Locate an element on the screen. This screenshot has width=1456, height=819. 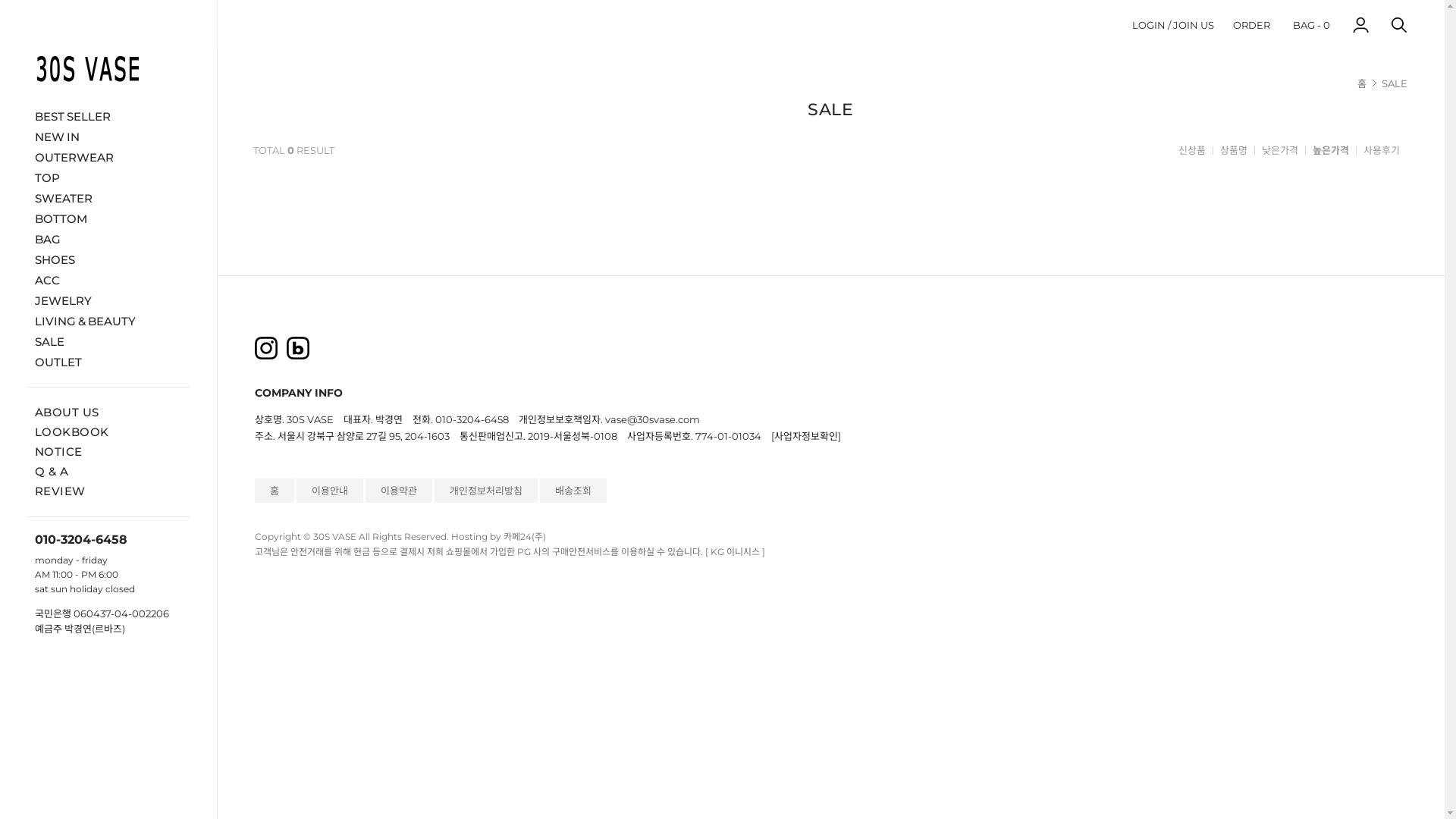
'ORDER' is located at coordinates (1251, 24).